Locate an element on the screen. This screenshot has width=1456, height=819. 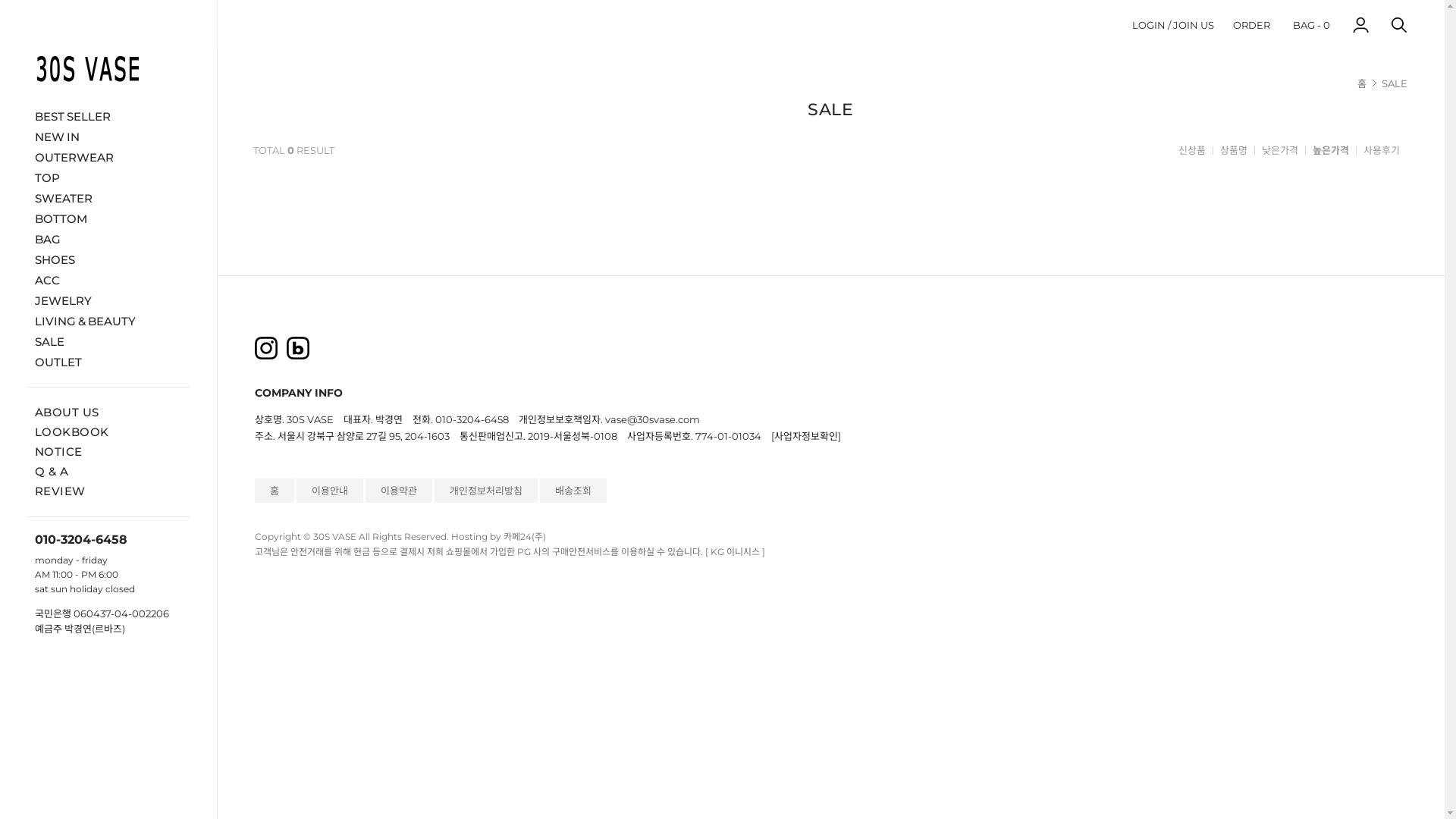
'ORDER' is located at coordinates (1251, 24).